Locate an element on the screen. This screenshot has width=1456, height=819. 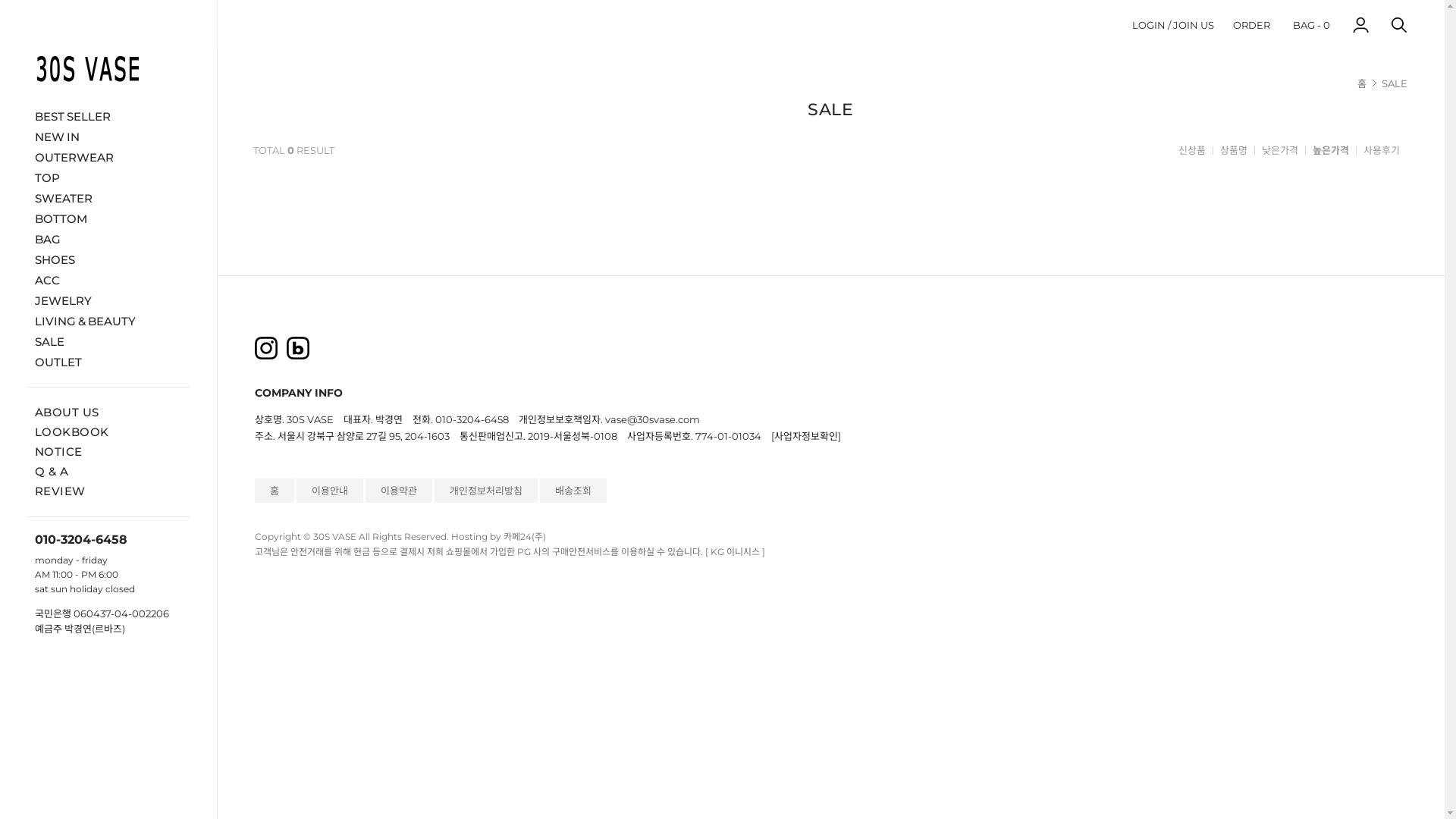
'ORDER' is located at coordinates (1251, 24).